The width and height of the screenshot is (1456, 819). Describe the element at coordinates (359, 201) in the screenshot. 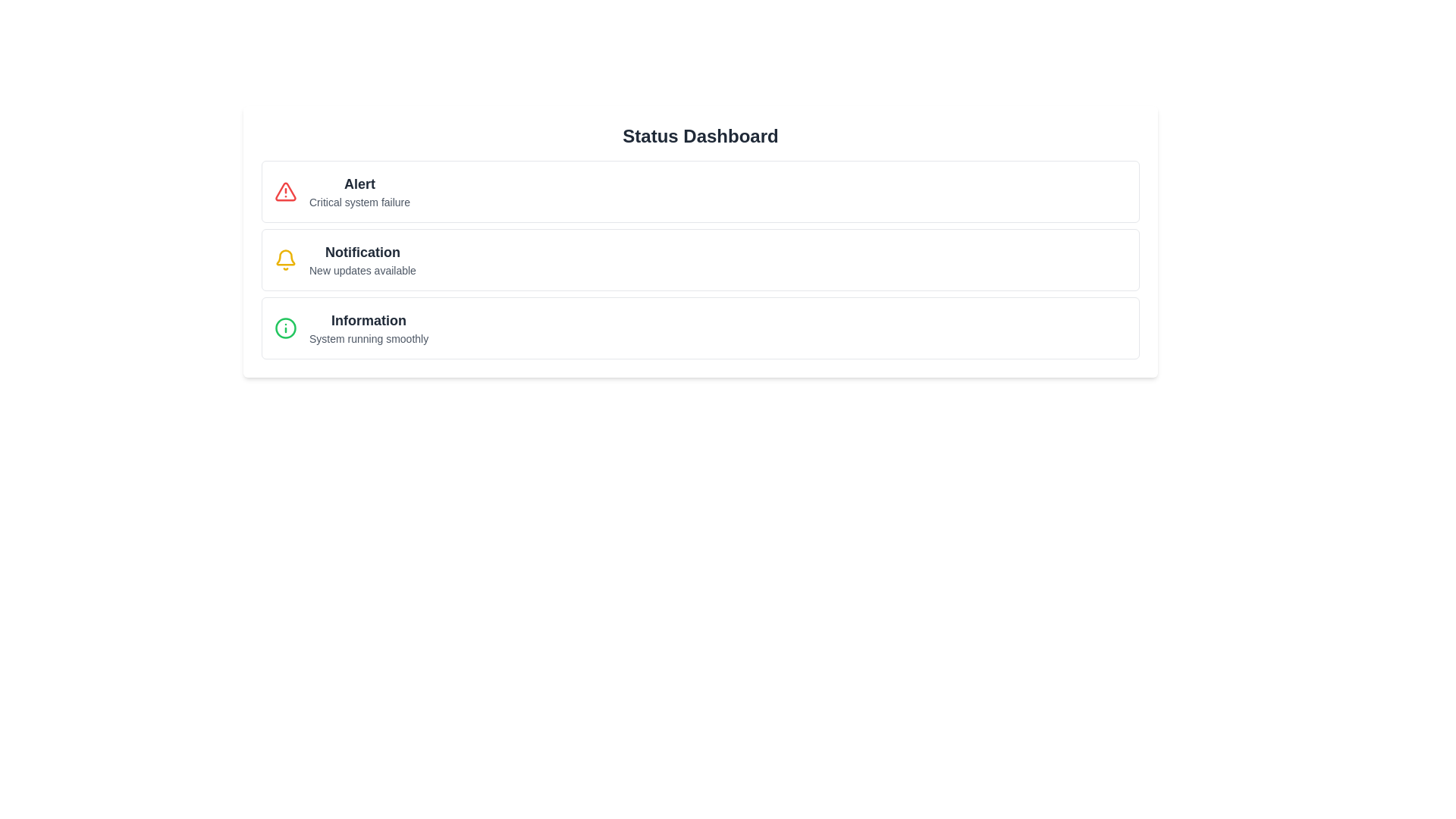

I see `the detailed description text element located below the 'Alert' label in the first notification segment` at that location.